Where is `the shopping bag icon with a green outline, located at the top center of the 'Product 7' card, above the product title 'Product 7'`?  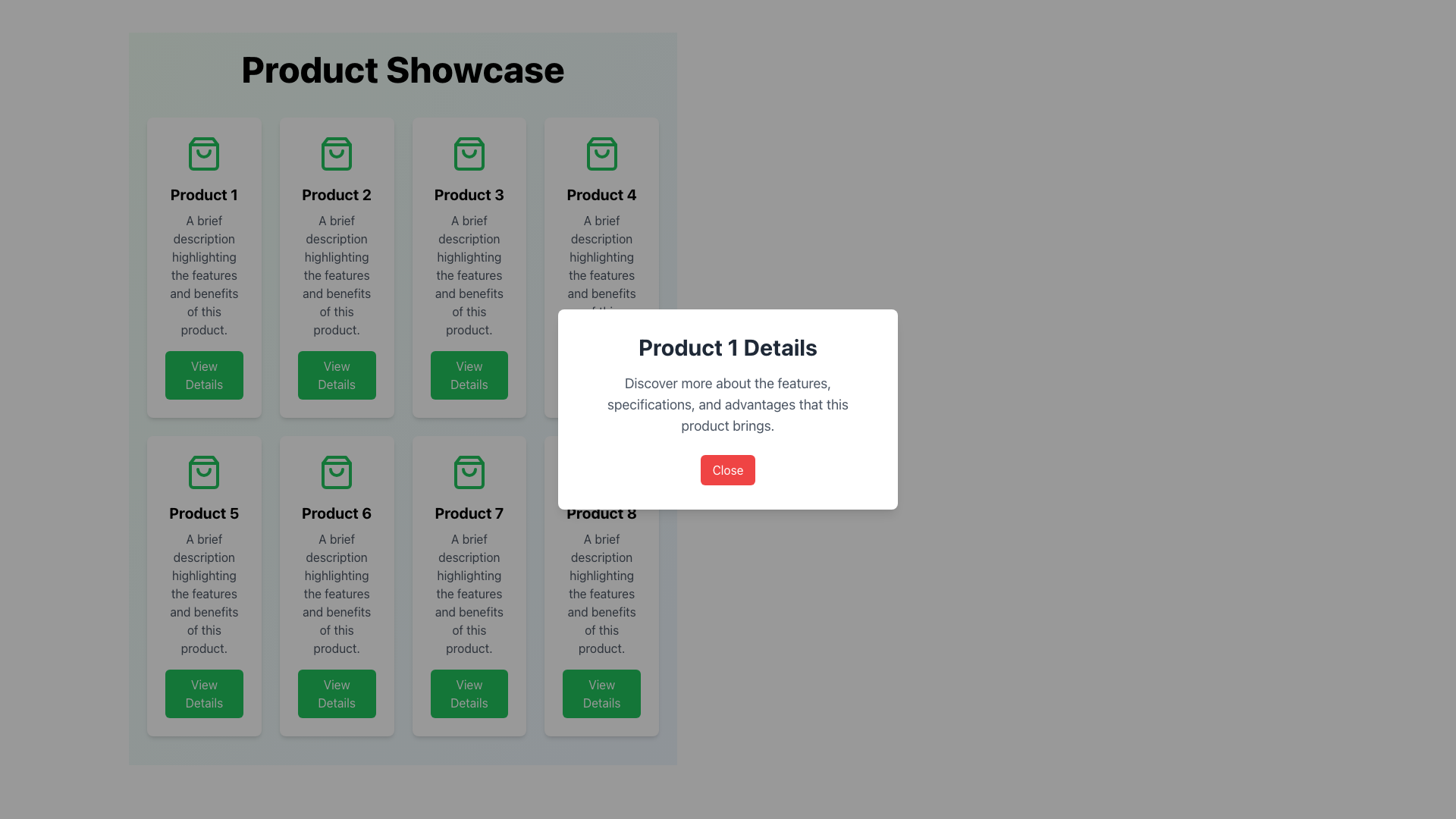 the shopping bag icon with a green outline, located at the top center of the 'Product 7' card, above the product title 'Product 7' is located at coordinates (468, 472).